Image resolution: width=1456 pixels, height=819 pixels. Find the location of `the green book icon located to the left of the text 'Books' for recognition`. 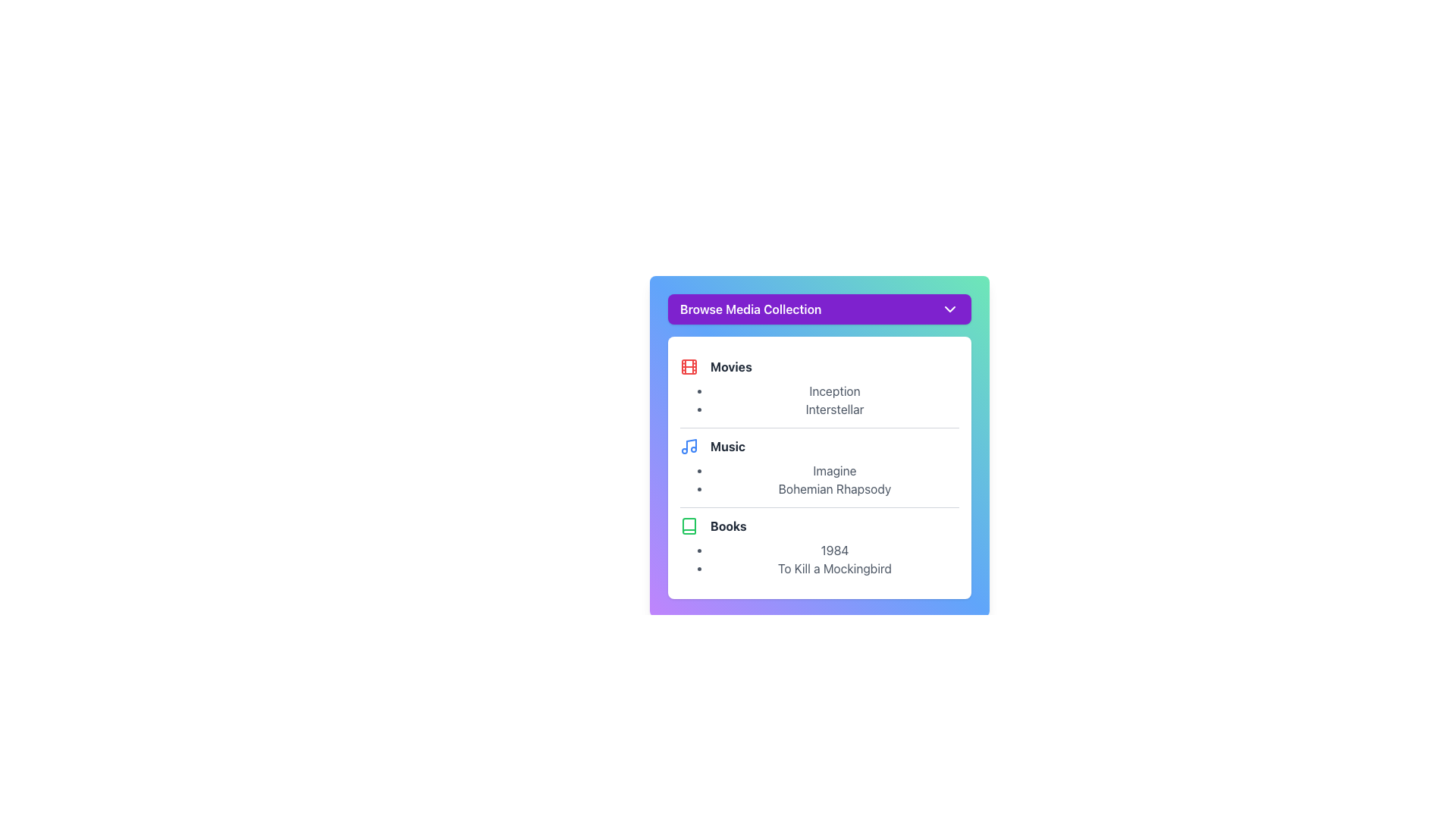

the green book icon located to the left of the text 'Books' for recognition is located at coordinates (688, 526).